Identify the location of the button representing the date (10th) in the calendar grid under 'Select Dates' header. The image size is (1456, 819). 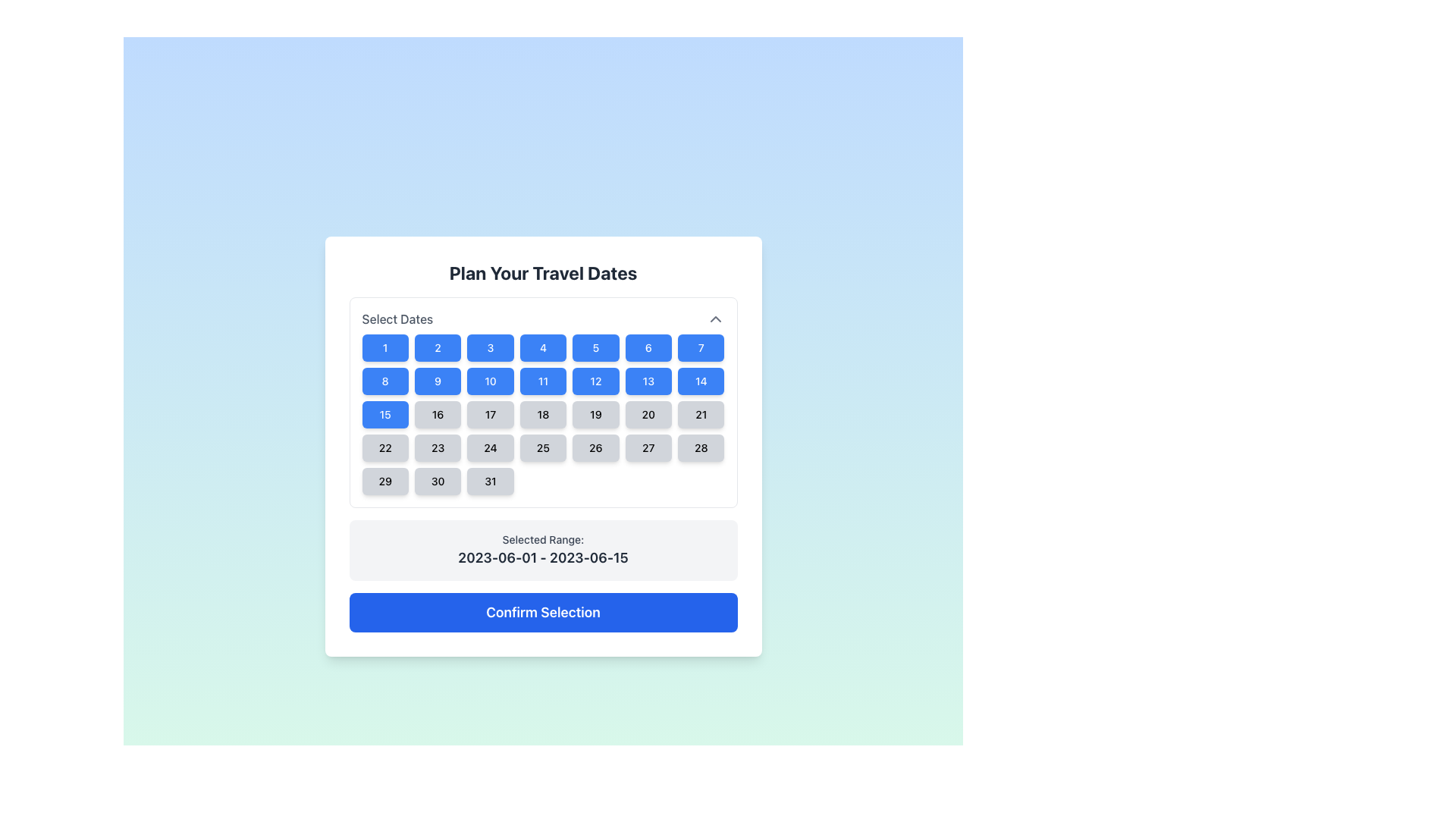
(491, 380).